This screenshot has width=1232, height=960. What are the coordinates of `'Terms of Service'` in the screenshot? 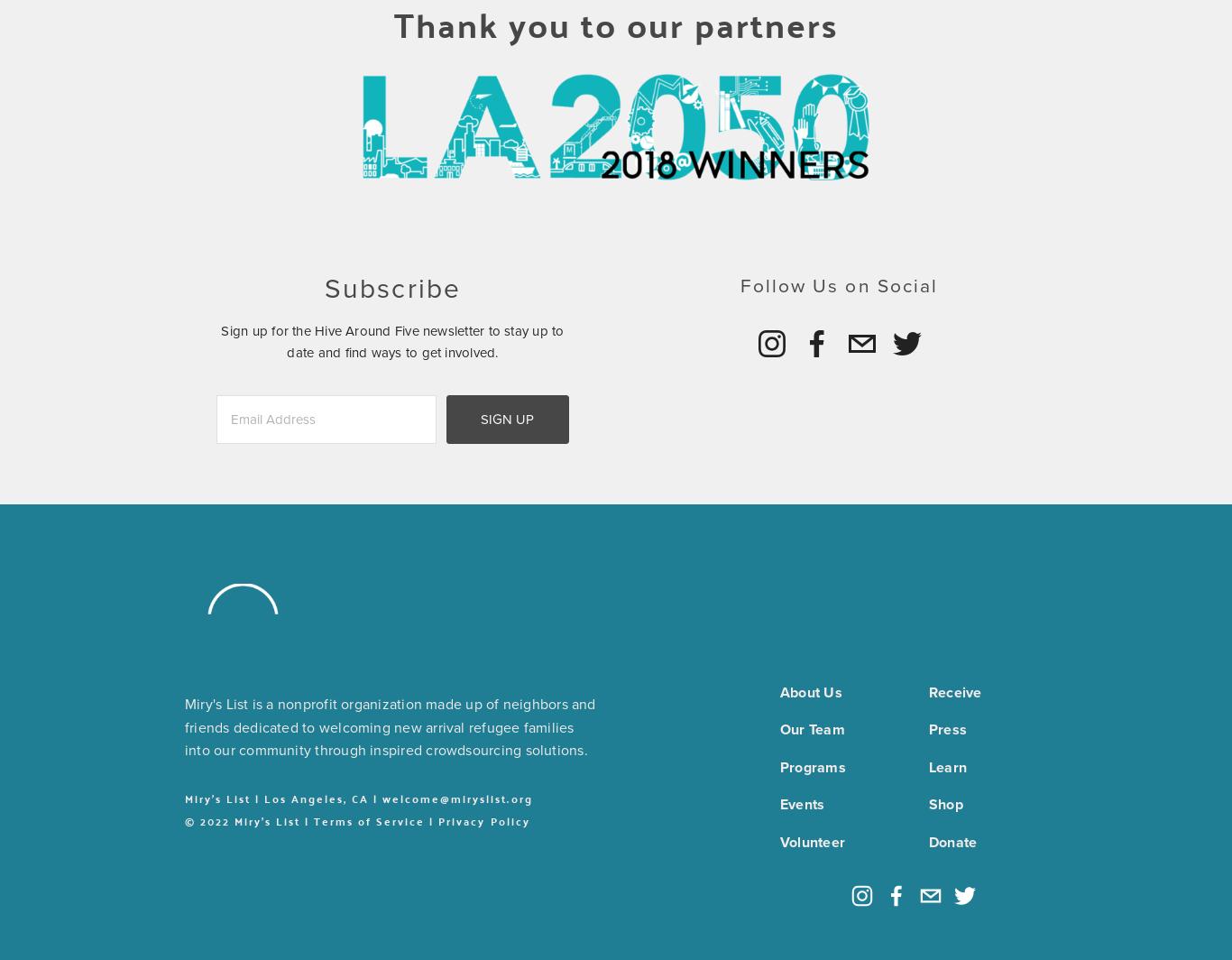 It's located at (368, 821).